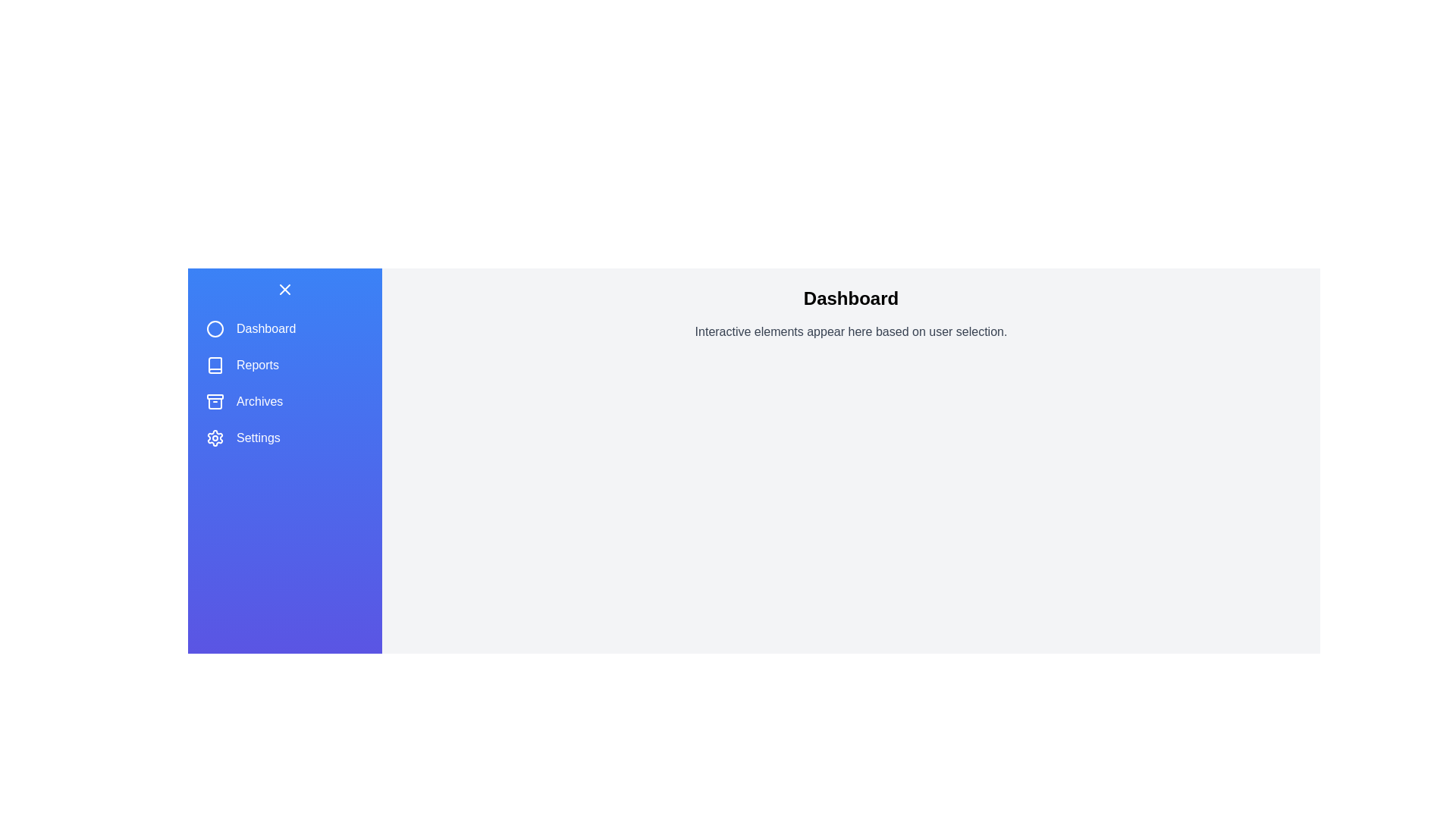 The height and width of the screenshot is (819, 1456). I want to click on the menu item labeled Archives, so click(284, 400).